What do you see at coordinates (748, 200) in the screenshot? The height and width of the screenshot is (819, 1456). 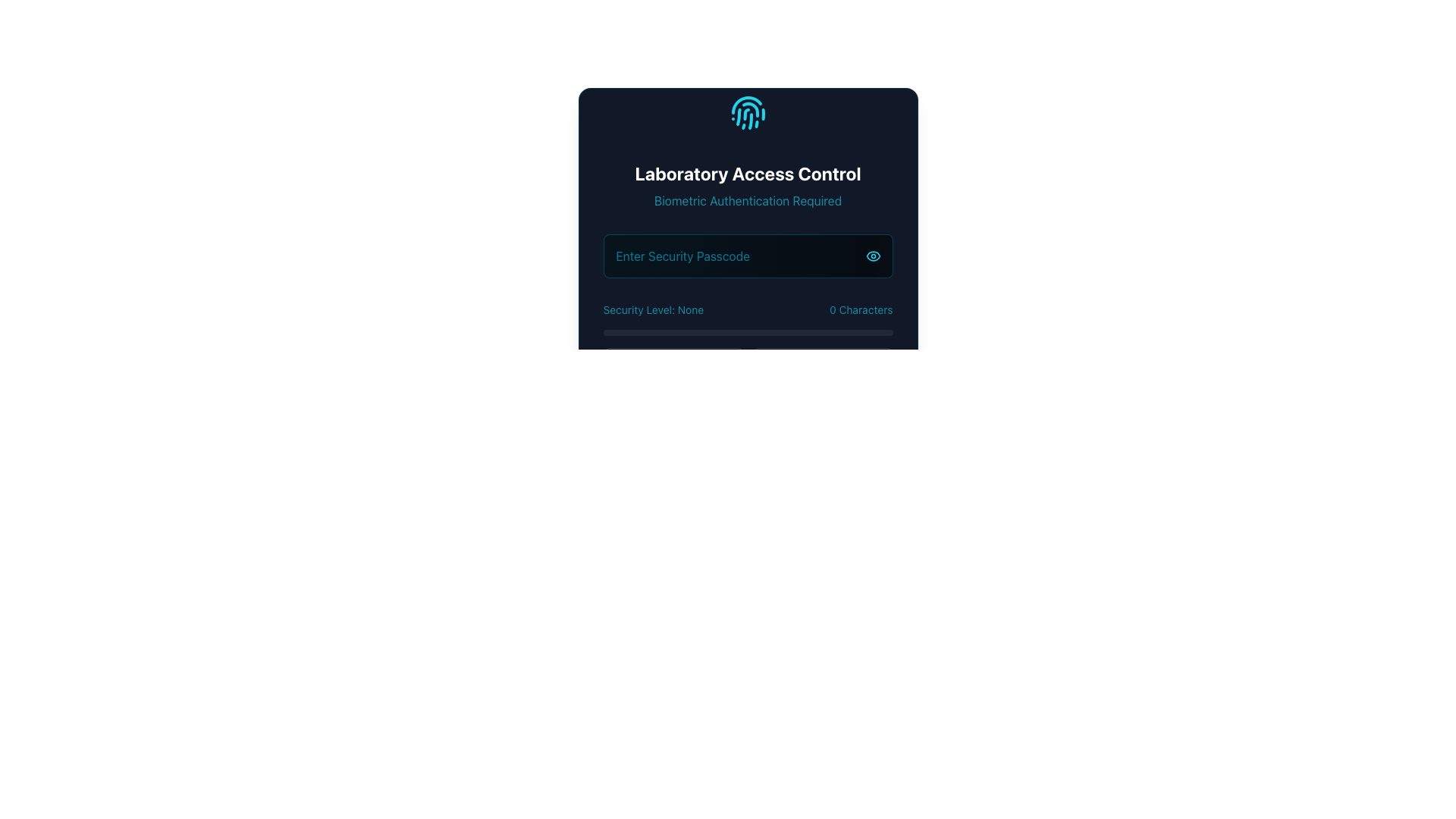 I see `text label displaying 'Biometric Authentication Required', which is centrally aligned below the 'Laboratory Access Control' heading` at bounding box center [748, 200].